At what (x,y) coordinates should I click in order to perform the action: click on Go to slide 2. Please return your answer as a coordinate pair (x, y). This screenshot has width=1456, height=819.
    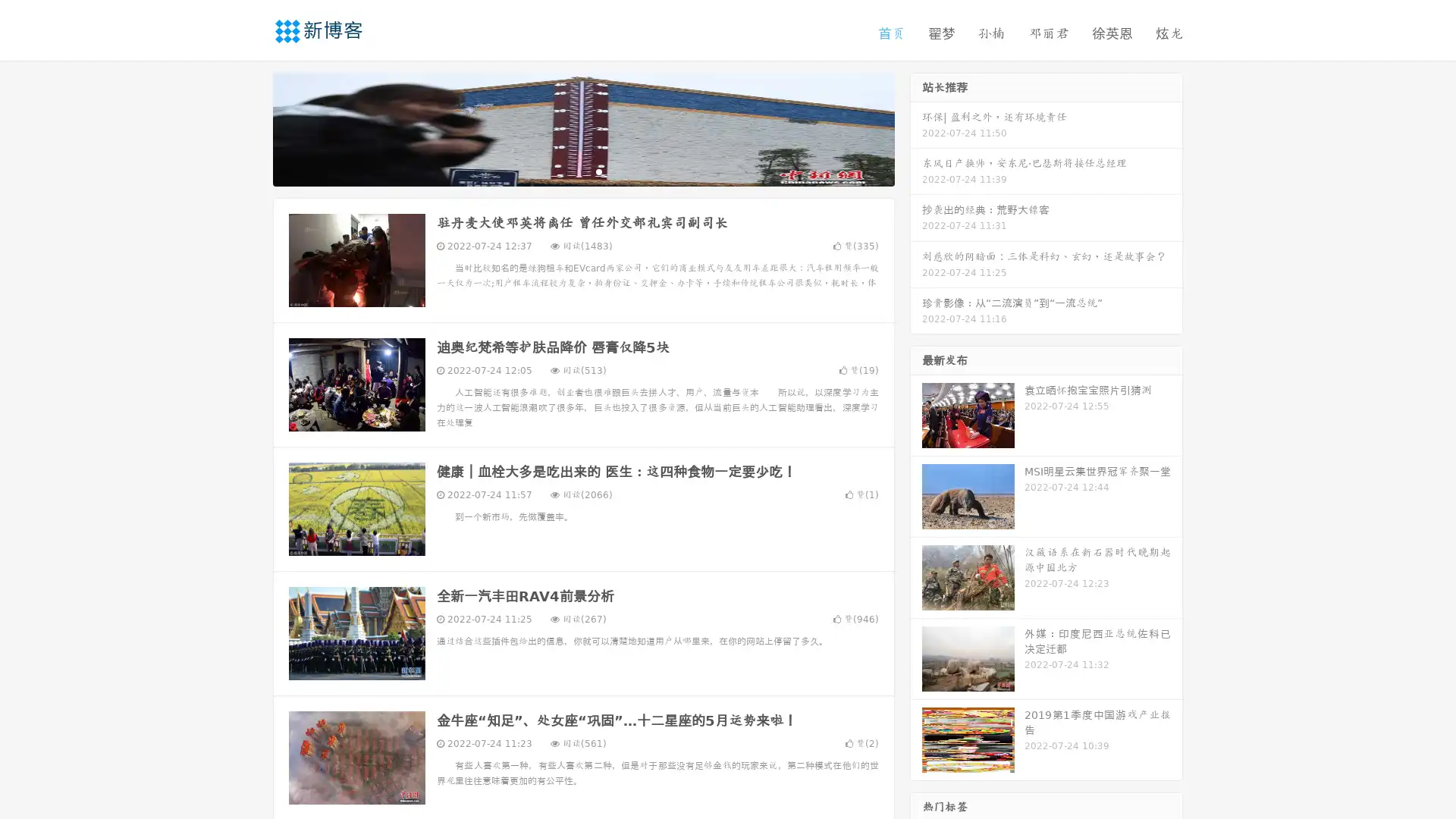
    Looking at the image, I should click on (582, 171).